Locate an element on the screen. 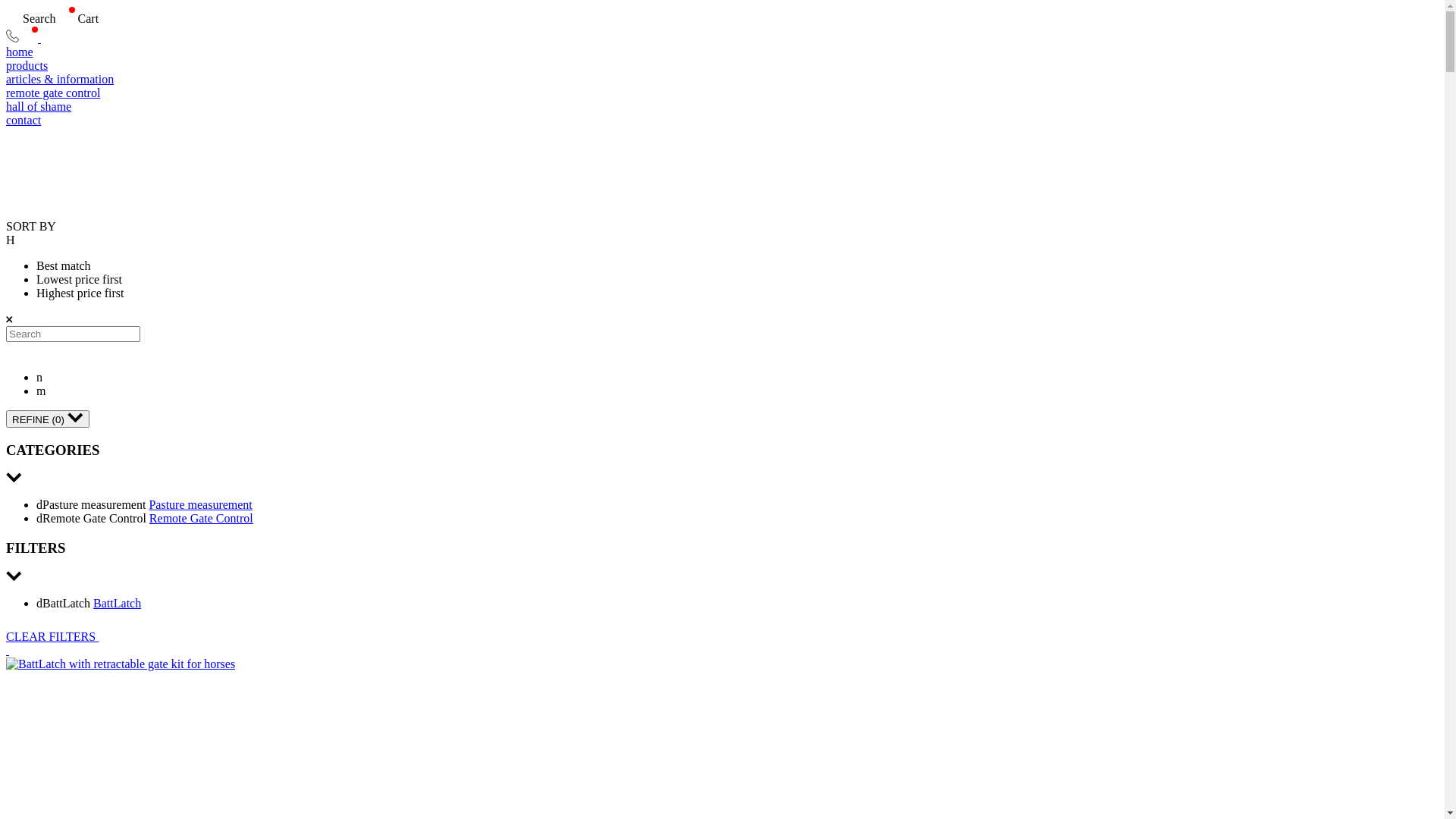 The width and height of the screenshot is (1456, 819). 'Search' is located at coordinates (6, 18).